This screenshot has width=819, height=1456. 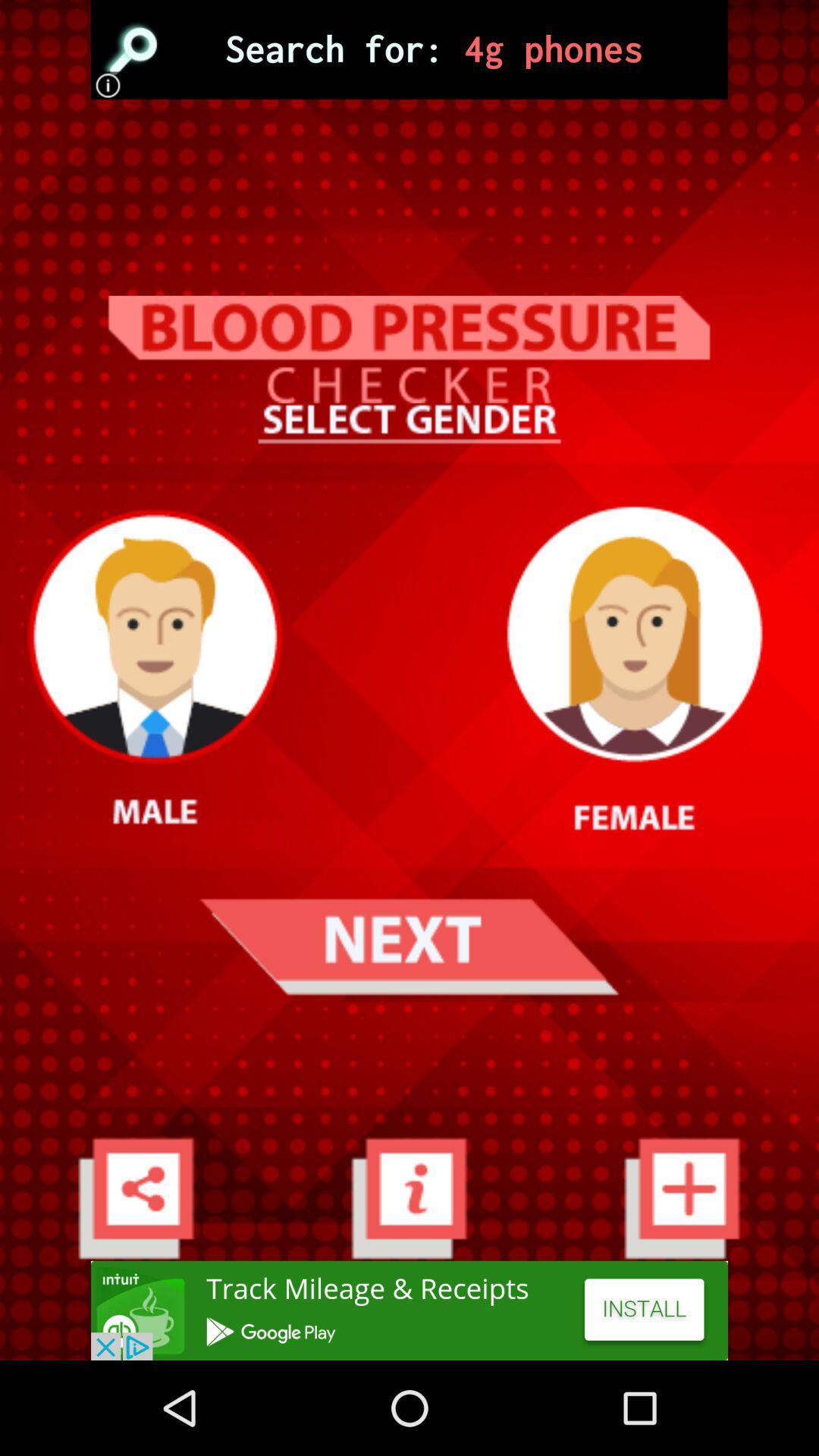 I want to click on for next, so click(x=408, y=946).